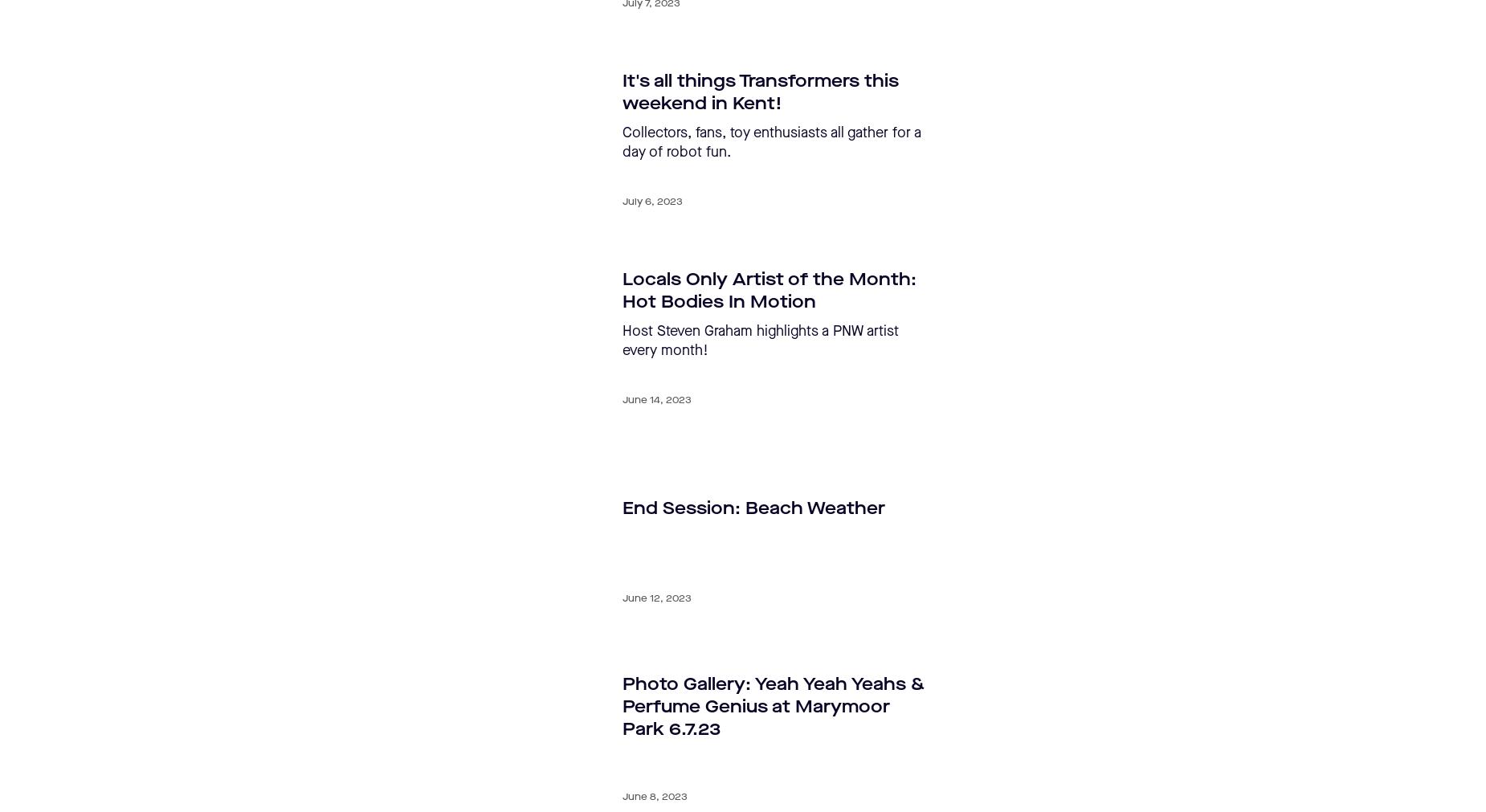  Describe the element at coordinates (652, 202) in the screenshot. I see `'July 6, 2023'` at that location.